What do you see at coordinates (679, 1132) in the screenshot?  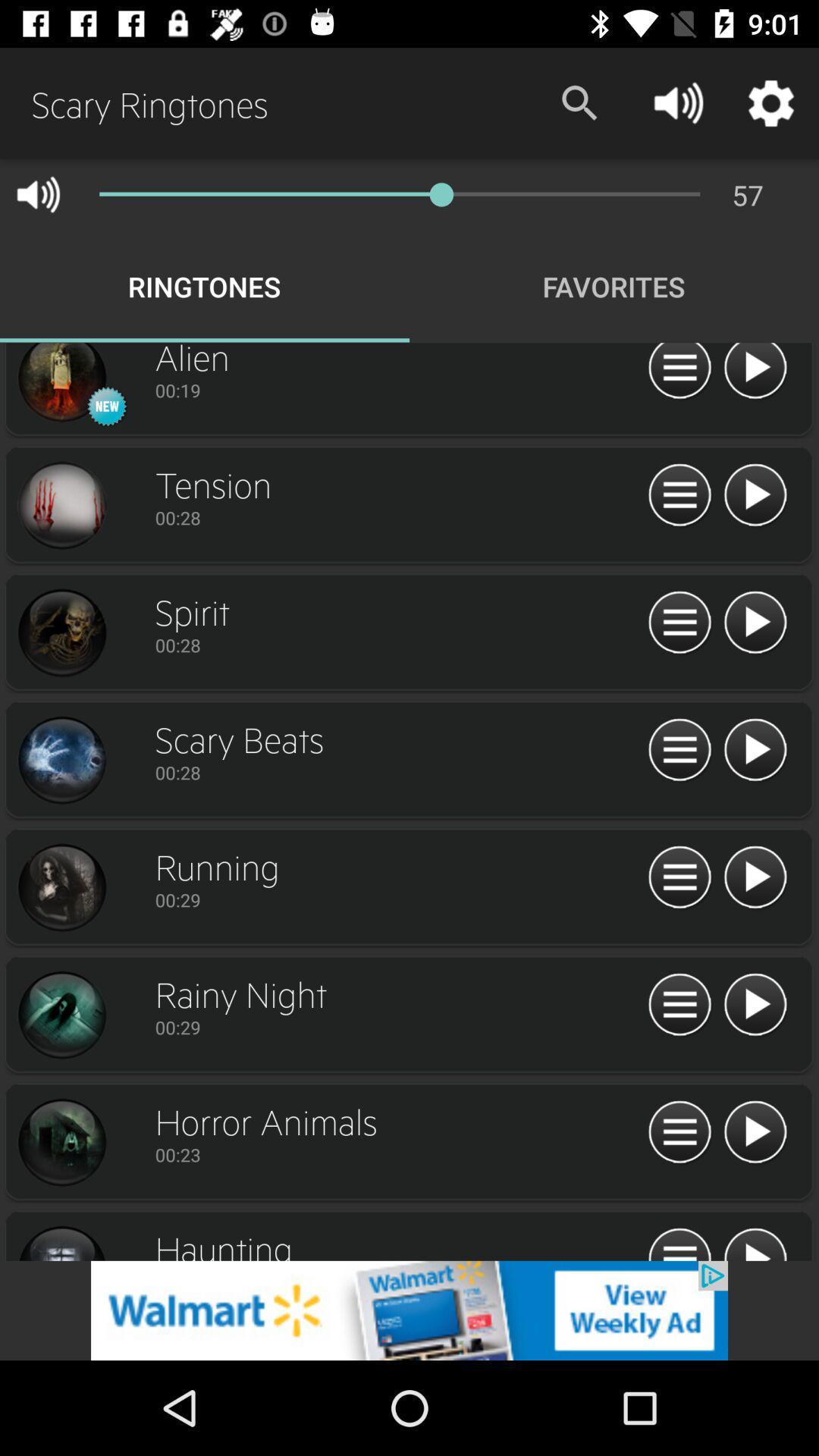 I see `open menu` at bounding box center [679, 1132].